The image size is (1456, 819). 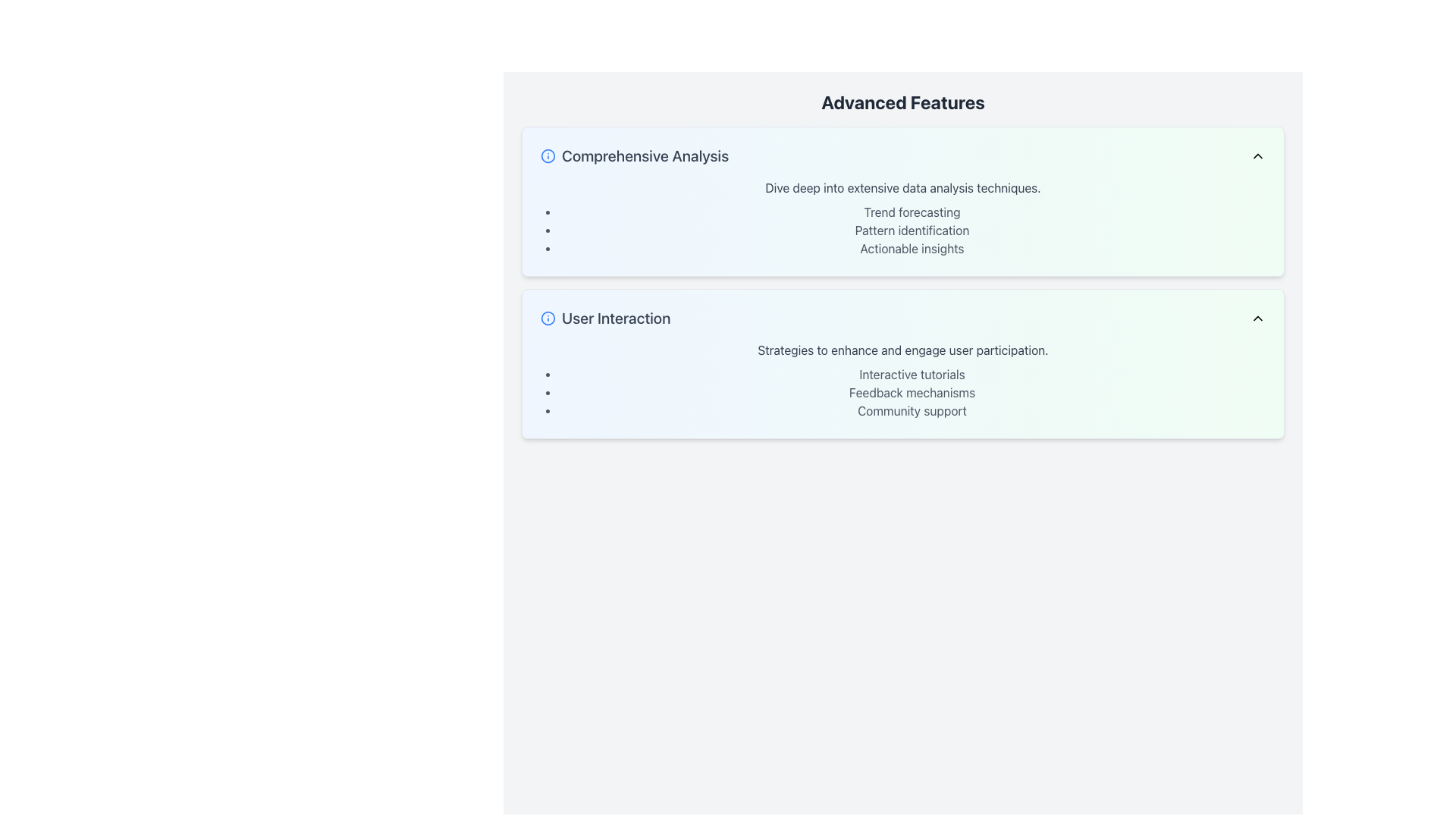 What do you see at coordinates (912, 411) in the screenshot?
I see `the text element displaying 'Community support' in gray font, which is the last item in the bulleted list under 'User Interaction.'` at bounding box center [912, 411].